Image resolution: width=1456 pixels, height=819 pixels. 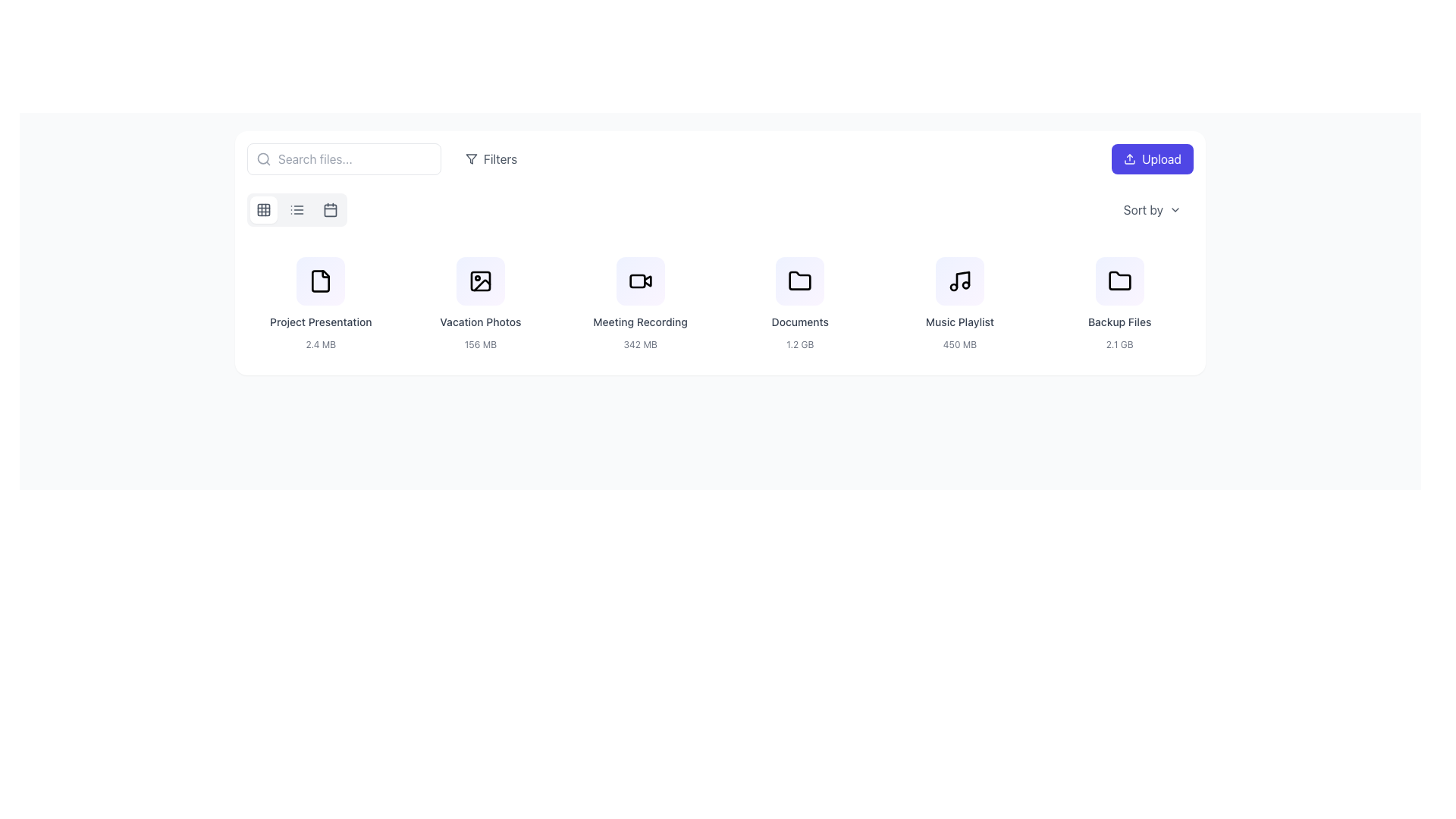 I want to click on the text label displaying 'Vacation Photos', which is styled in gray and positioned below its associated icon, so click(x=479, y=321).